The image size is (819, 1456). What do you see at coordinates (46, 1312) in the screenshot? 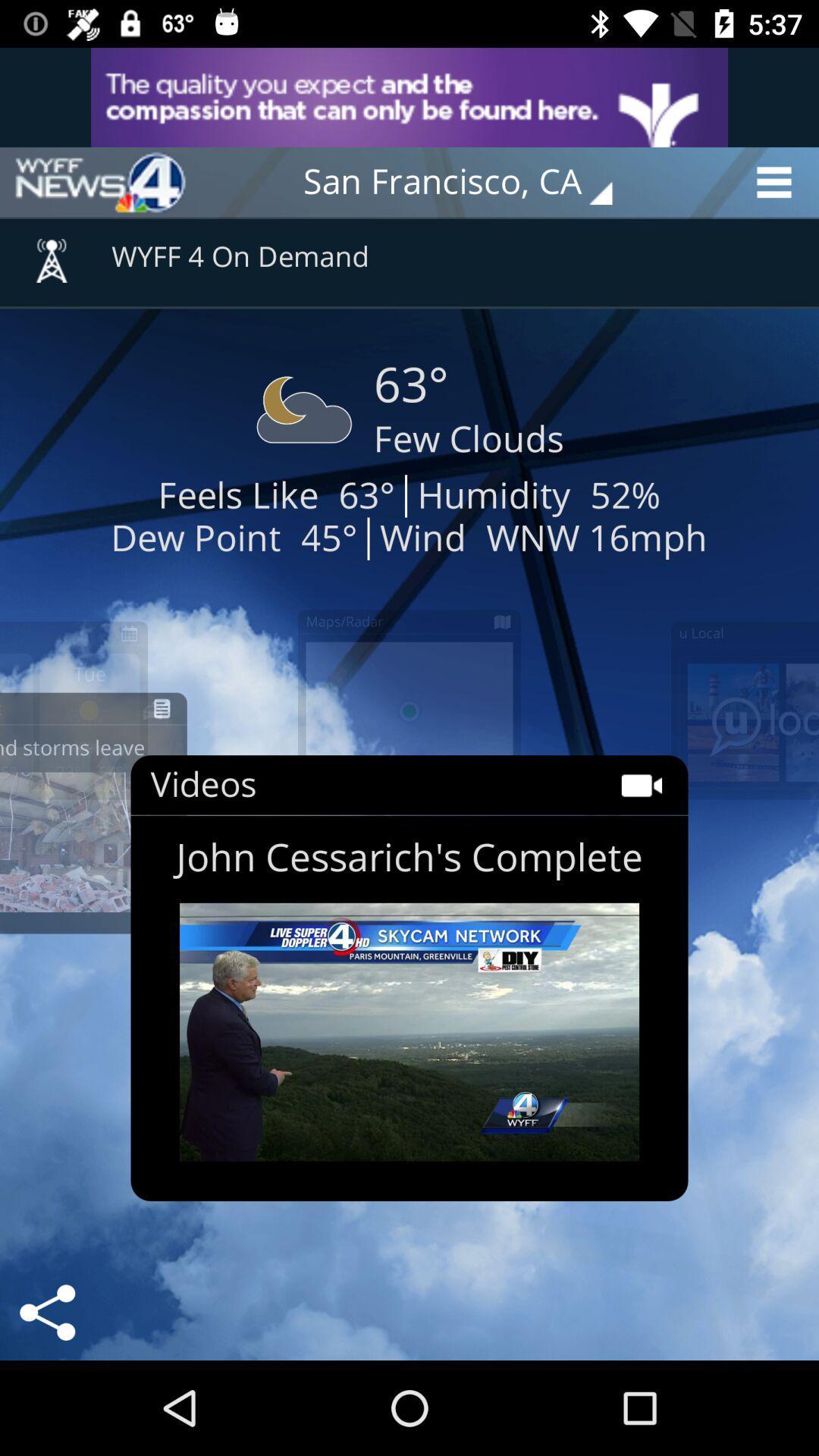
I see `the share icon` at bounding box center [46, 1312].